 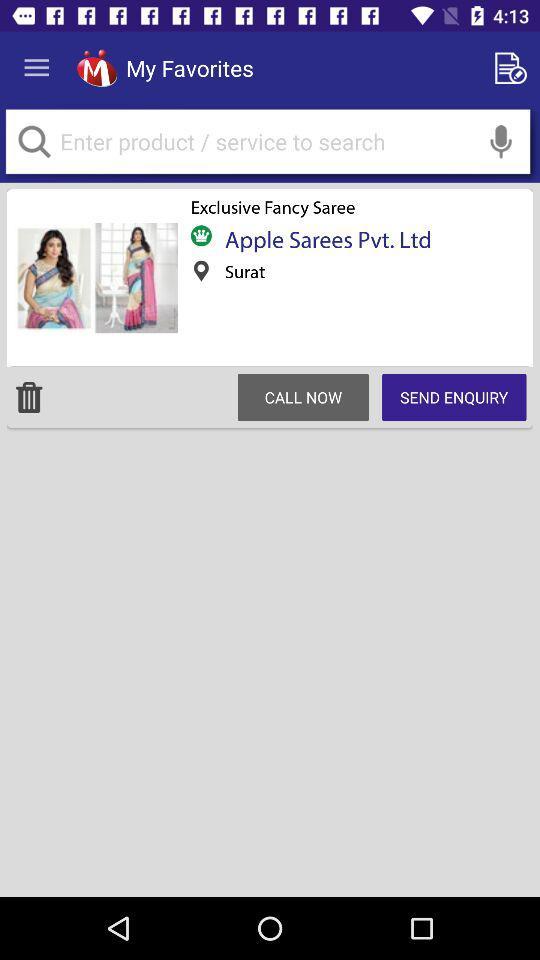 I want to click on the exclusive fancy saree below my favorites, so click(x=272, y=207).